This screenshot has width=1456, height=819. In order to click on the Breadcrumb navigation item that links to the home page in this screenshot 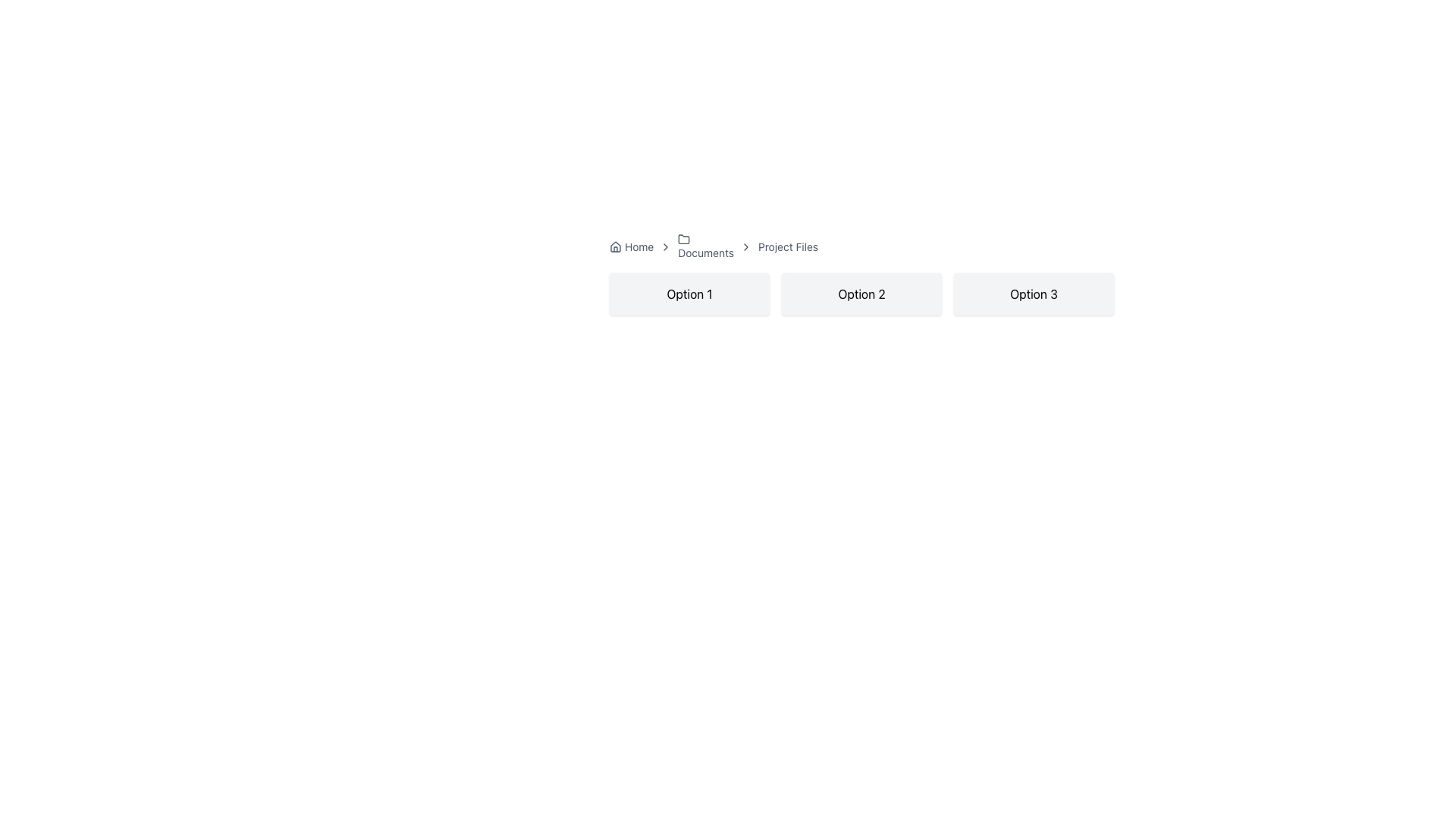, I will do `click(632, 246)`.